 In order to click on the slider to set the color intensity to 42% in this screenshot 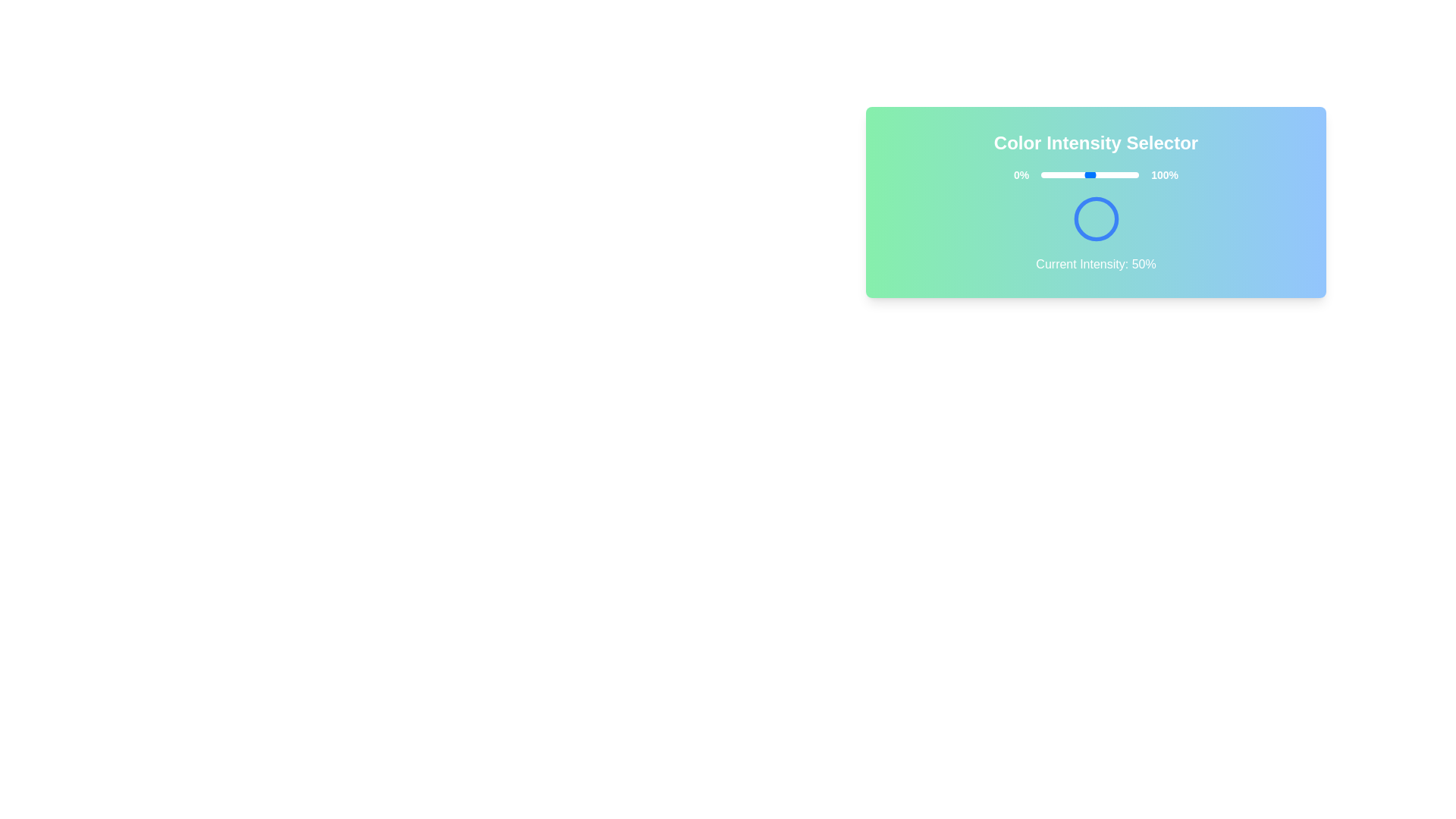, I will do `click(1081, 174)`.